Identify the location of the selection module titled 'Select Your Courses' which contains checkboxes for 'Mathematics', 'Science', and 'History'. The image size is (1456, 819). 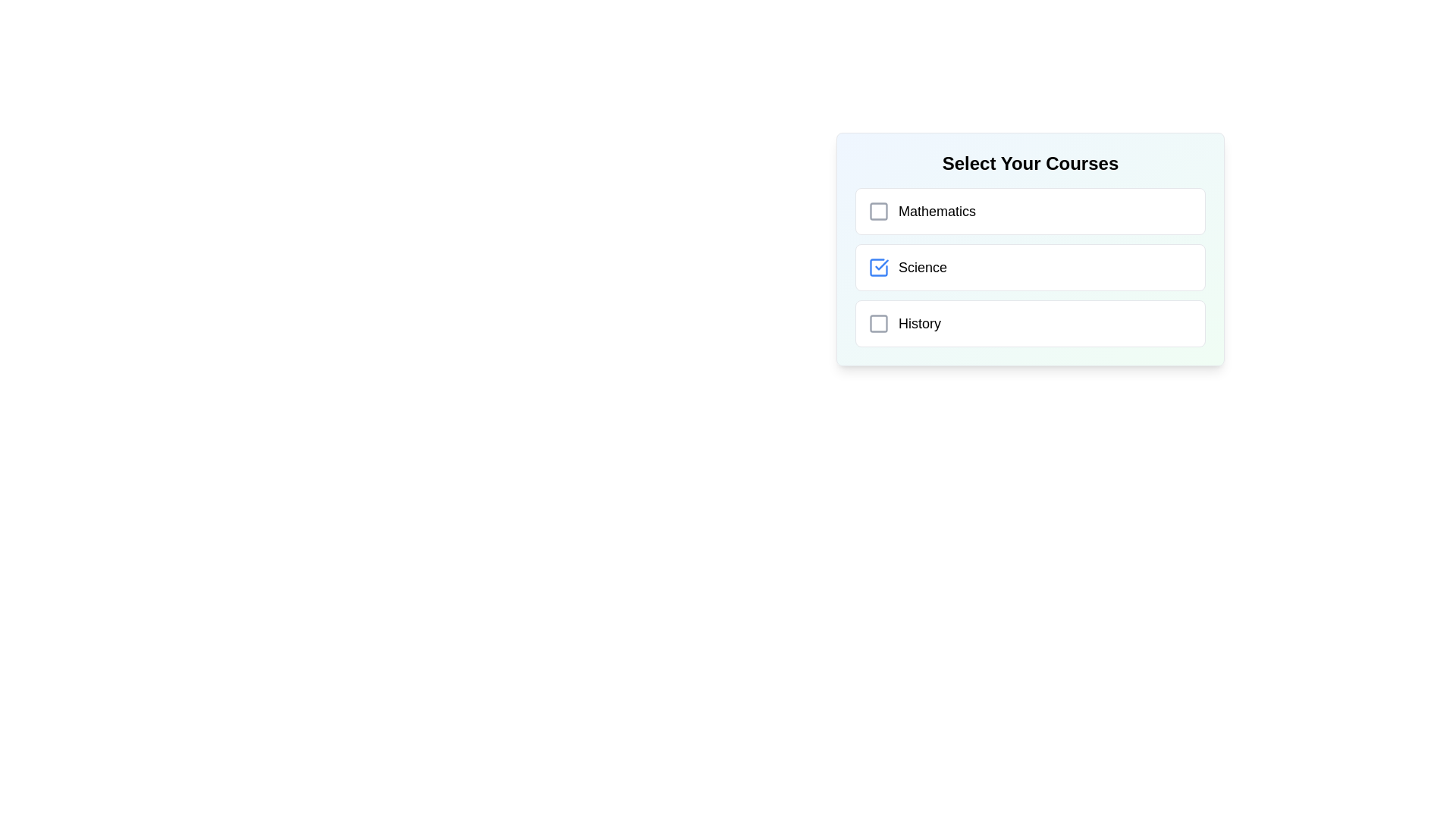
(1030, 248).